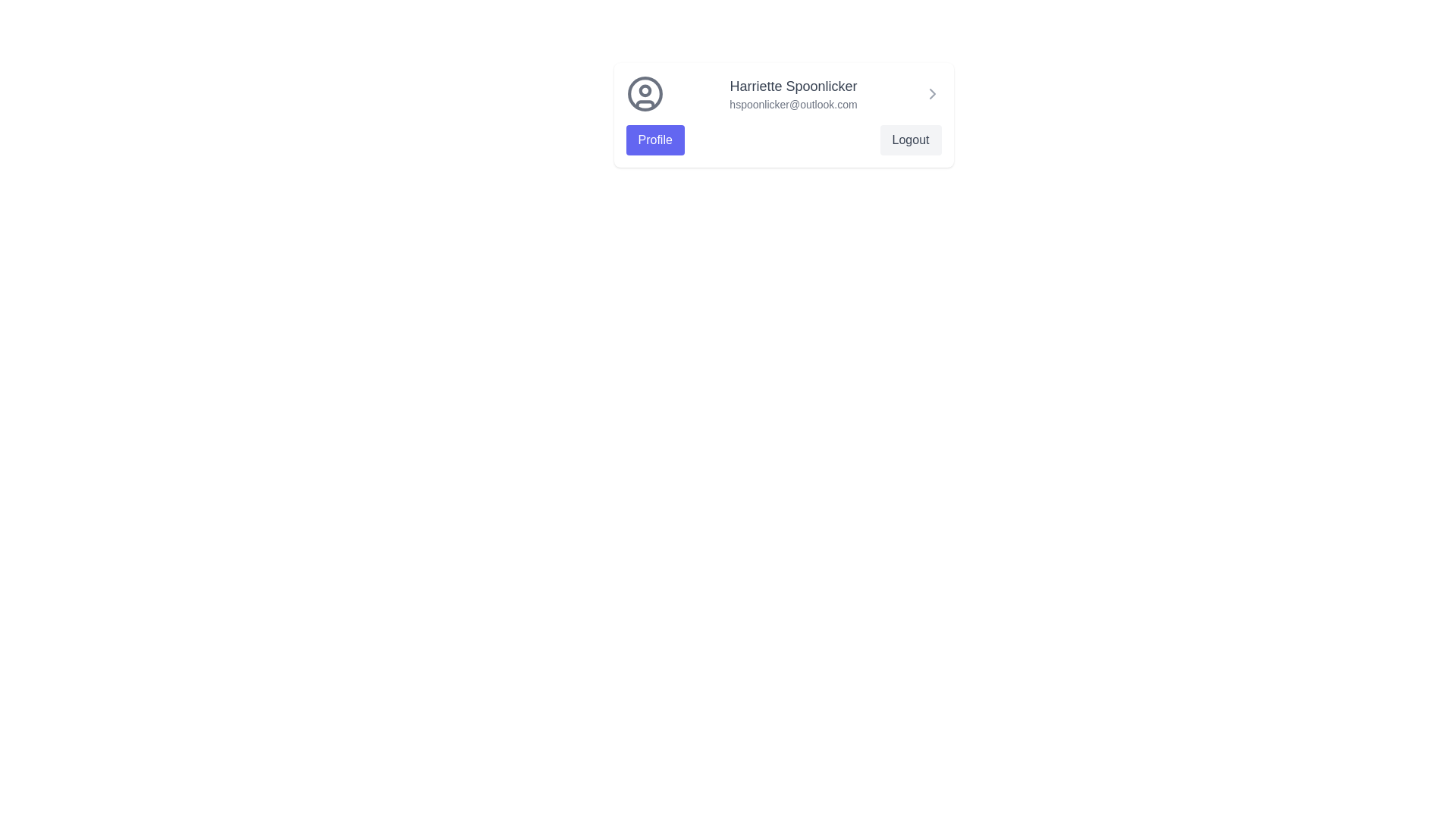  What do you see at coordinates (645, 93) in the screenshot?
I see `the largest circular graphic component that is part of the user profile icon, located at the center left of the card containing the user's name and email address` at bounding box center [645, 93].